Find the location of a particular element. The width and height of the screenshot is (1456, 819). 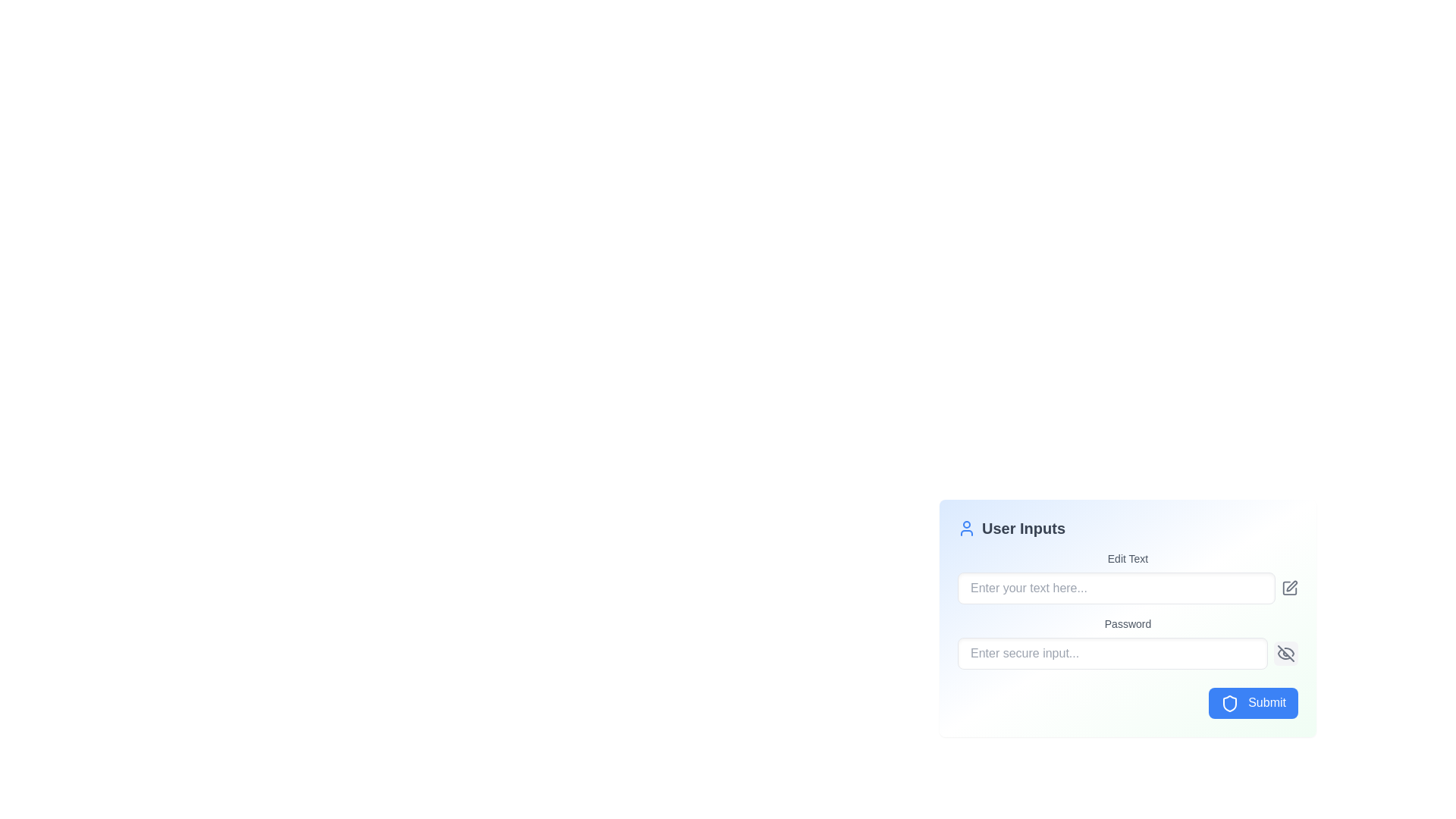

the 'Submit' button containing the decorative shield icon is located at coordinates (1229, 703).